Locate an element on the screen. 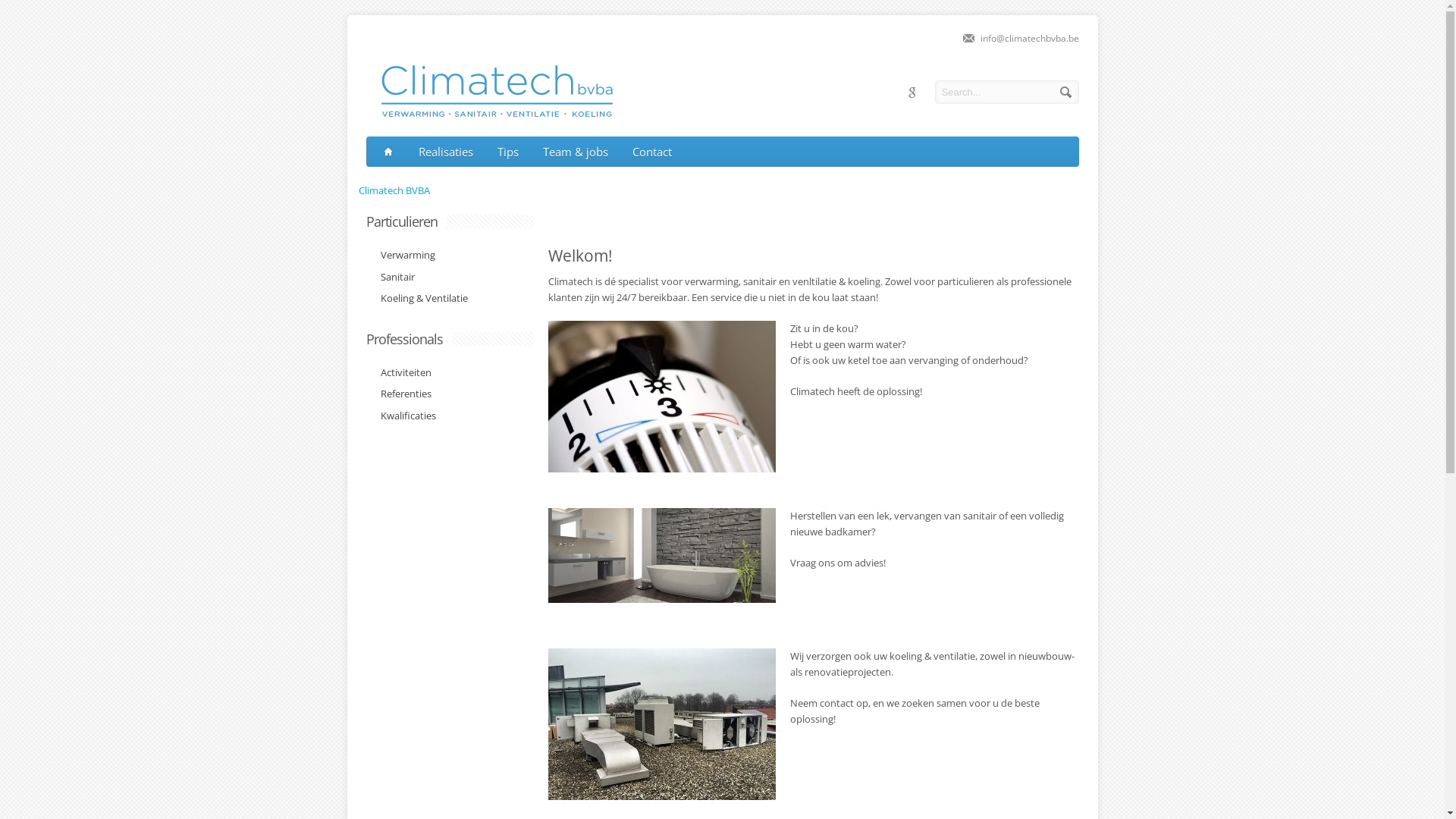 This screenshot has height=819, width=1456. 'Tips' is located at coordinates (508, 152).